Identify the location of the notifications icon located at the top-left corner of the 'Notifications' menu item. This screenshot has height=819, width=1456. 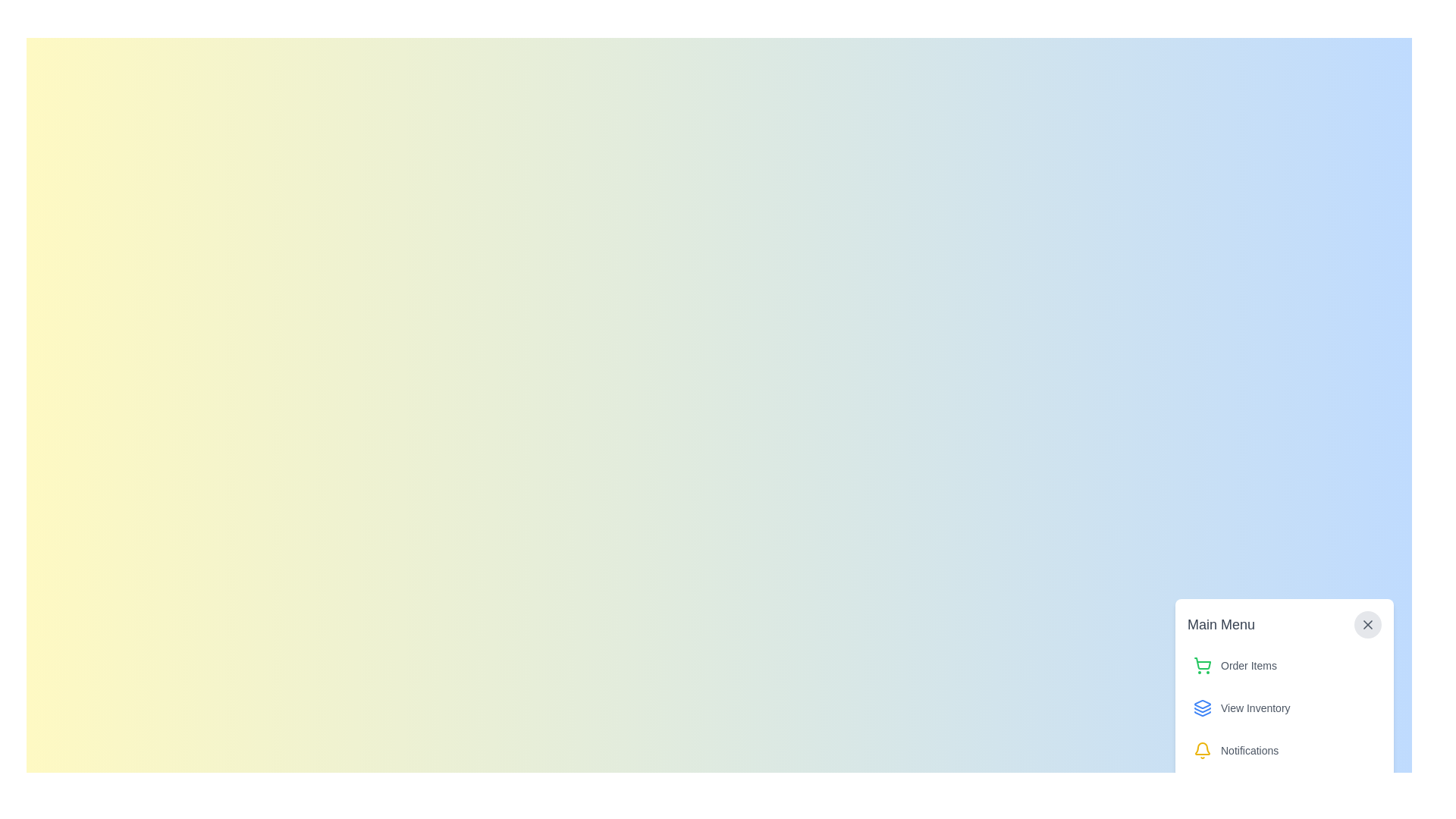
(1201, 751).